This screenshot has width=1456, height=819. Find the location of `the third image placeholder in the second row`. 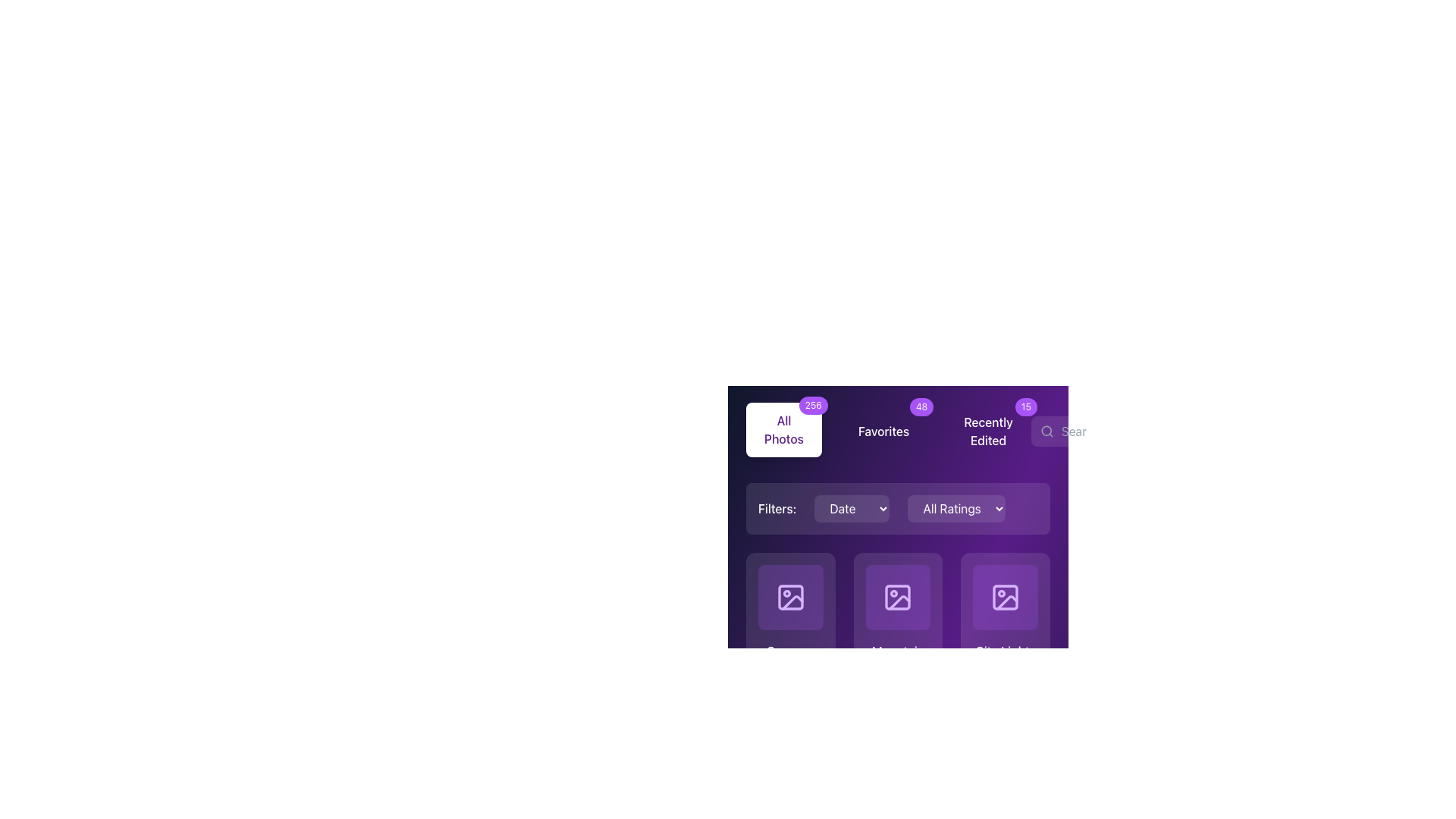

the third image placeholder in the second row is located at coordinates (1006, 596).